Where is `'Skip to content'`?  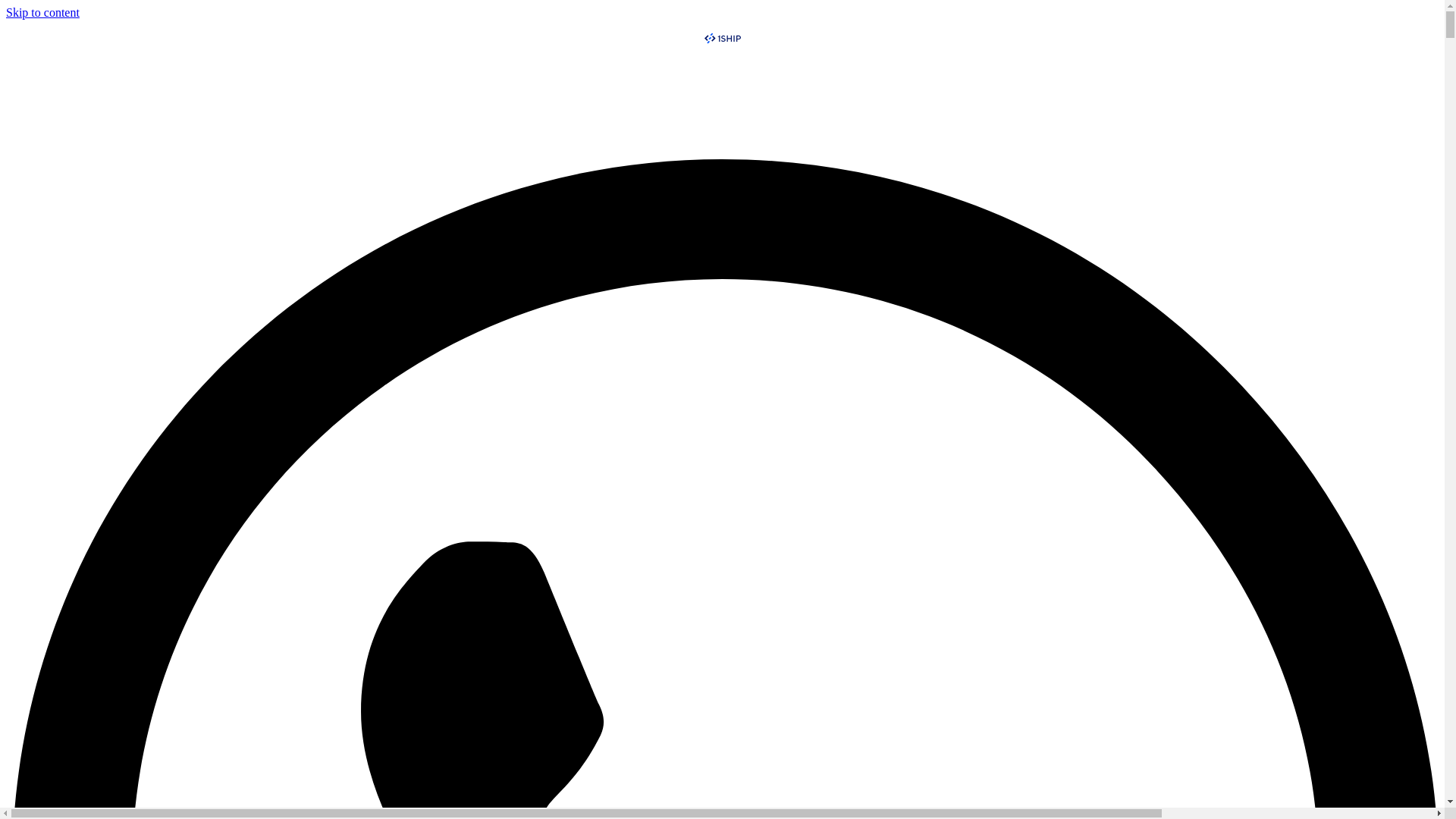
'Skip to content' is located at coordinates (42, 12).